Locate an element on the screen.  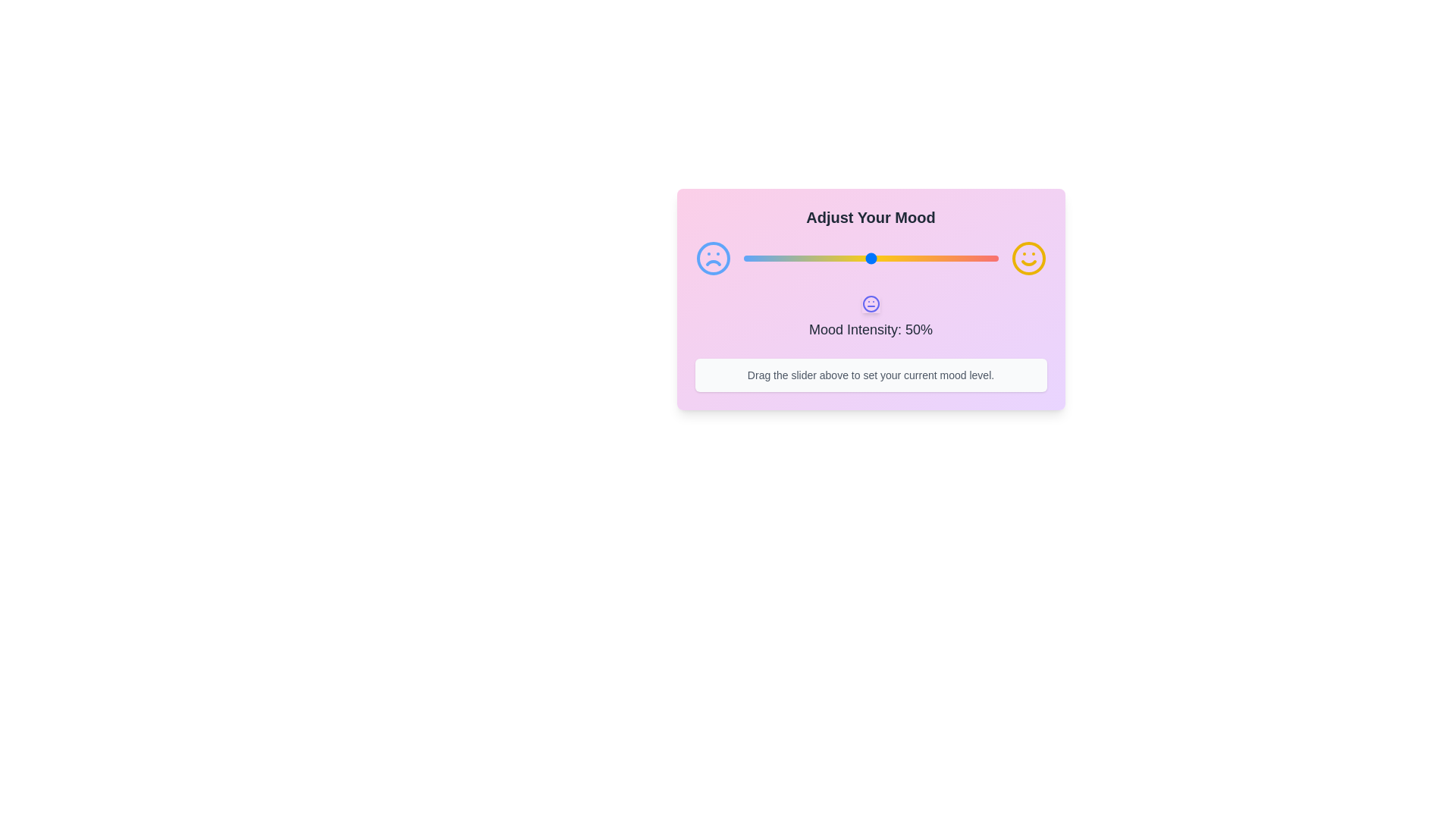
the frown icon to observe visual effects is located at coordinates (712, 257).